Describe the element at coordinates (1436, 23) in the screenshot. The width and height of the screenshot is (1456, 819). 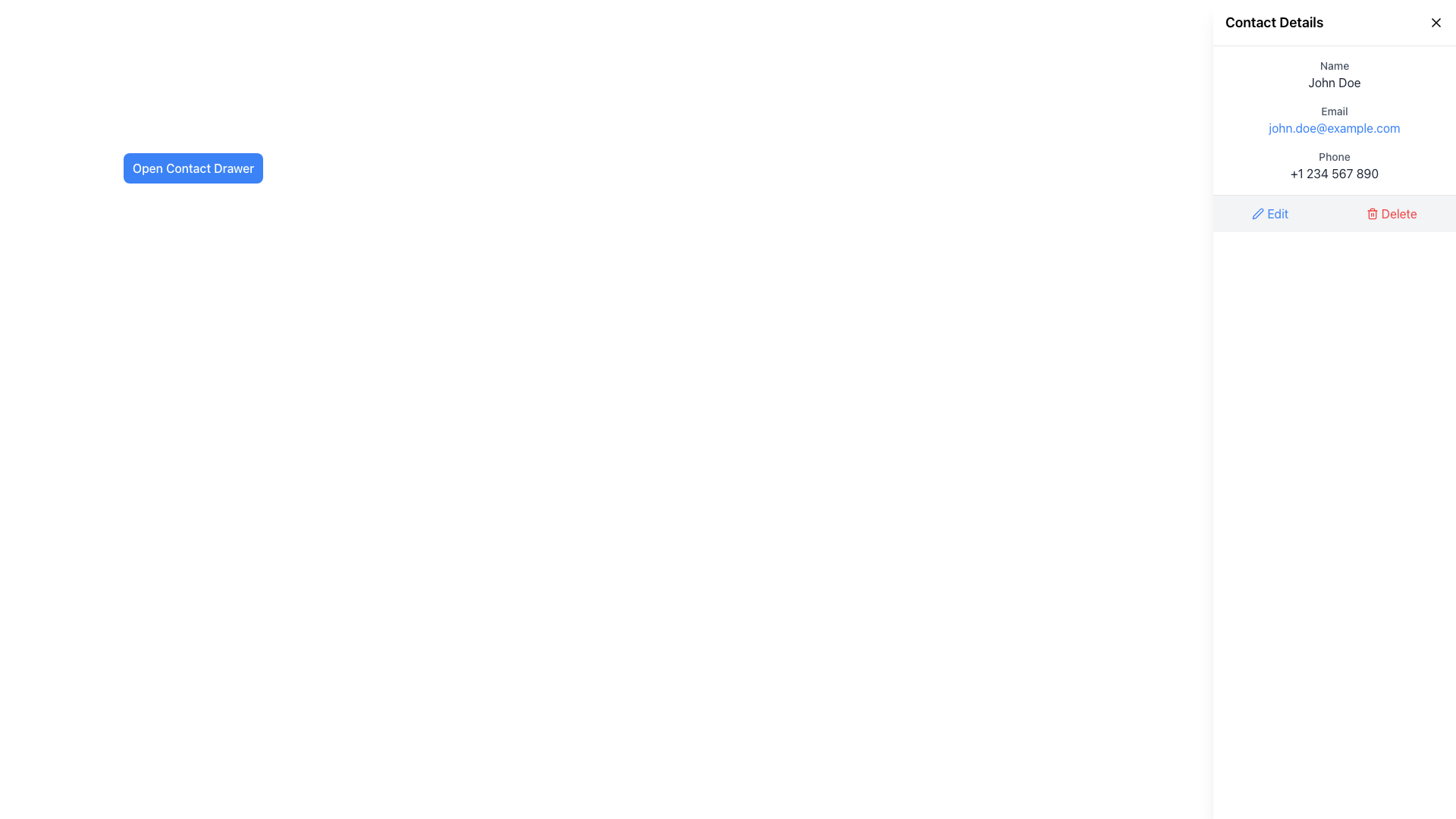
I see `the close button located at the top right corner of the 'Contact Details' panel` at that location.